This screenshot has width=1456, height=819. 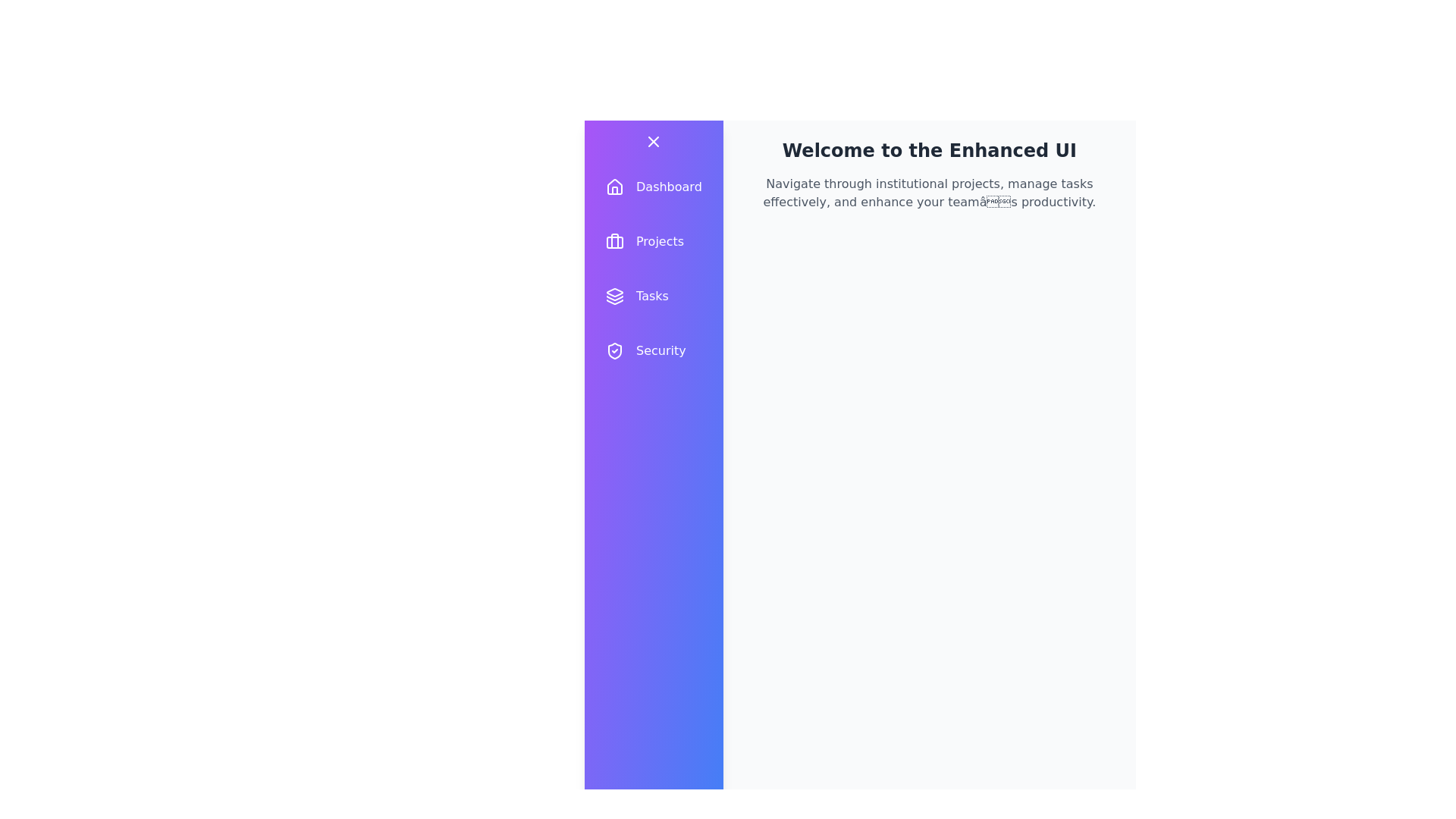 I want to click on the house-shaped icon located in the left vertical navigation bar, which is the first icon above the label 'Dashboard', so click(x=615, y=186).